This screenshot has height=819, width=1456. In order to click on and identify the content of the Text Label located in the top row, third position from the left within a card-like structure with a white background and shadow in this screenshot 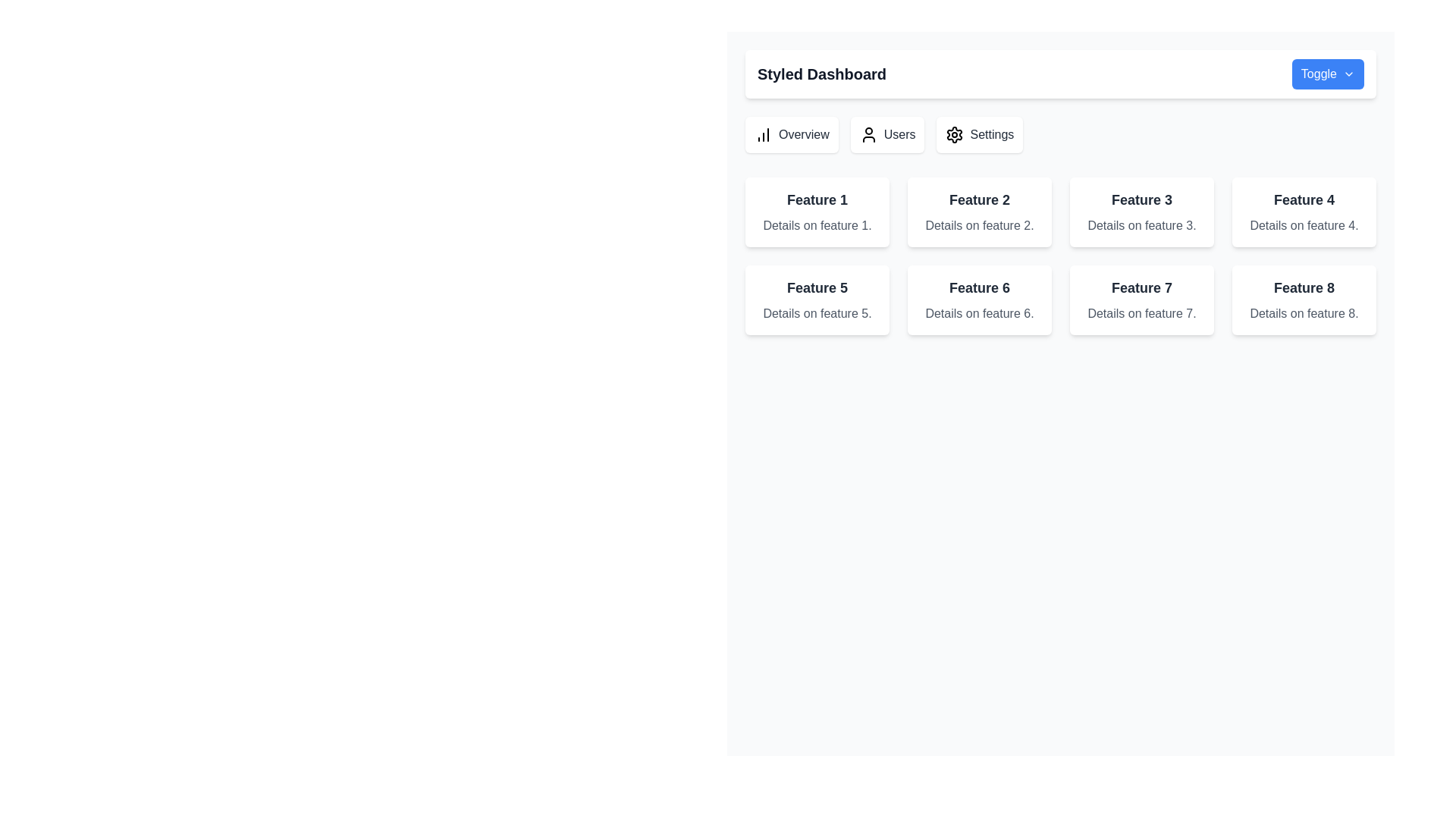, I will do `click(1142, 199)`.